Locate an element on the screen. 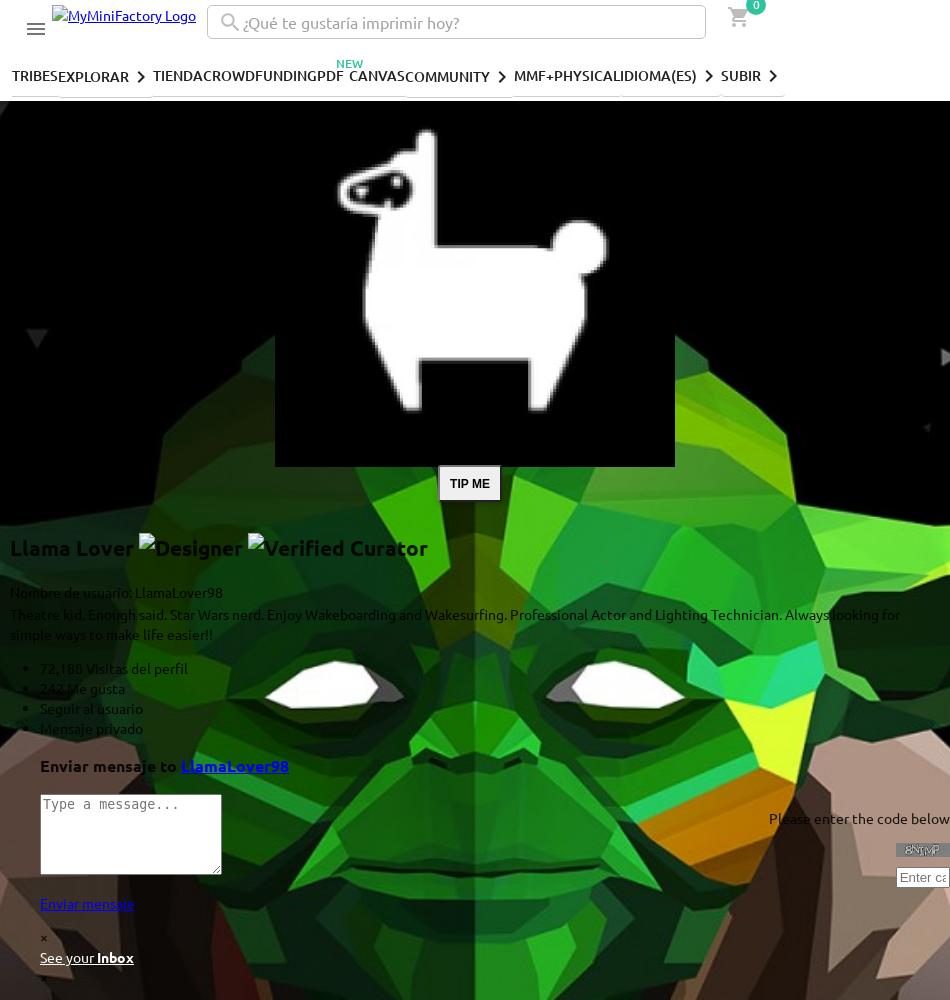  'Me gusta' is located at coordinates (94, 687).